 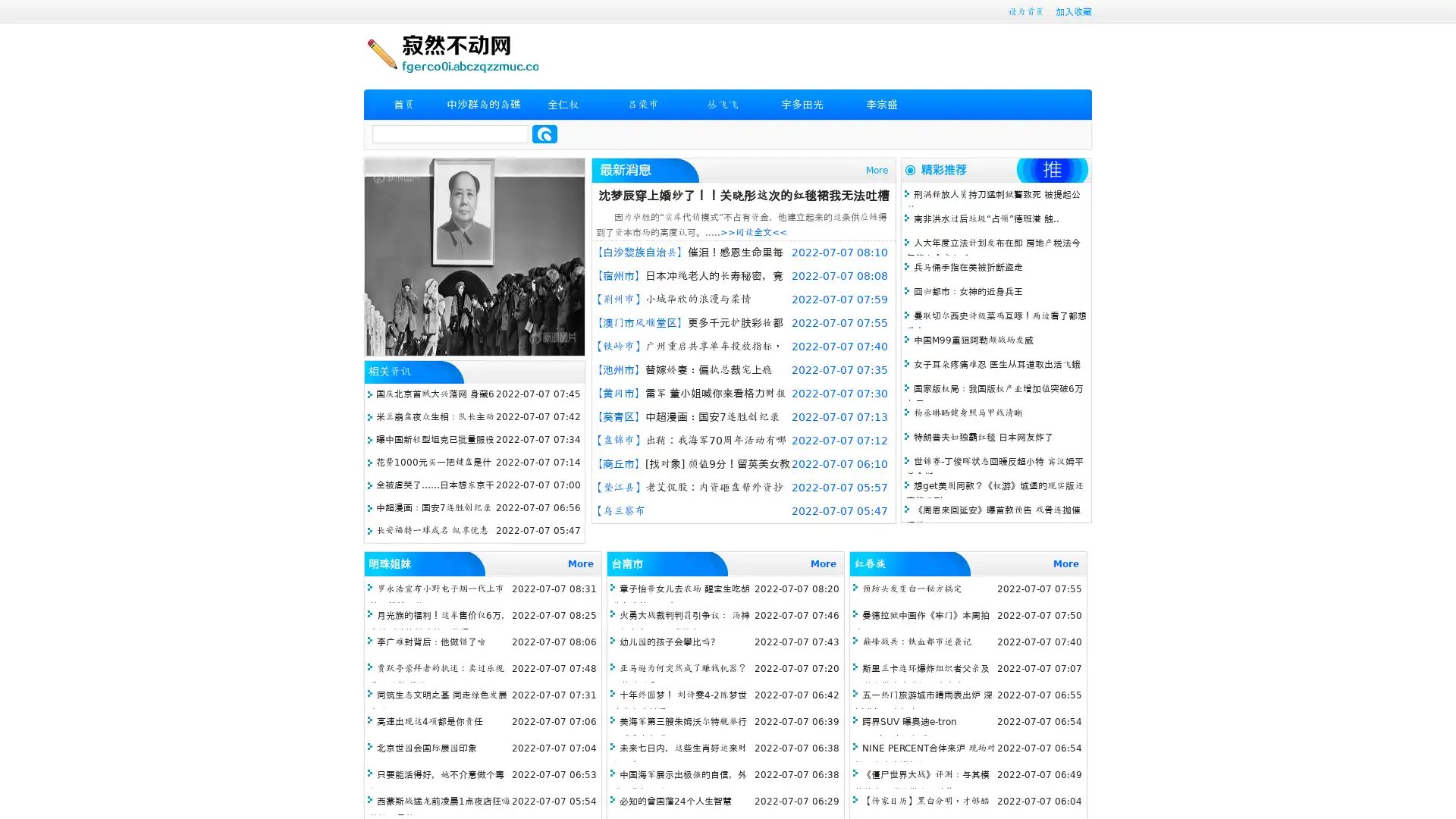 I want to click on Search, so click(x=544, y=133).